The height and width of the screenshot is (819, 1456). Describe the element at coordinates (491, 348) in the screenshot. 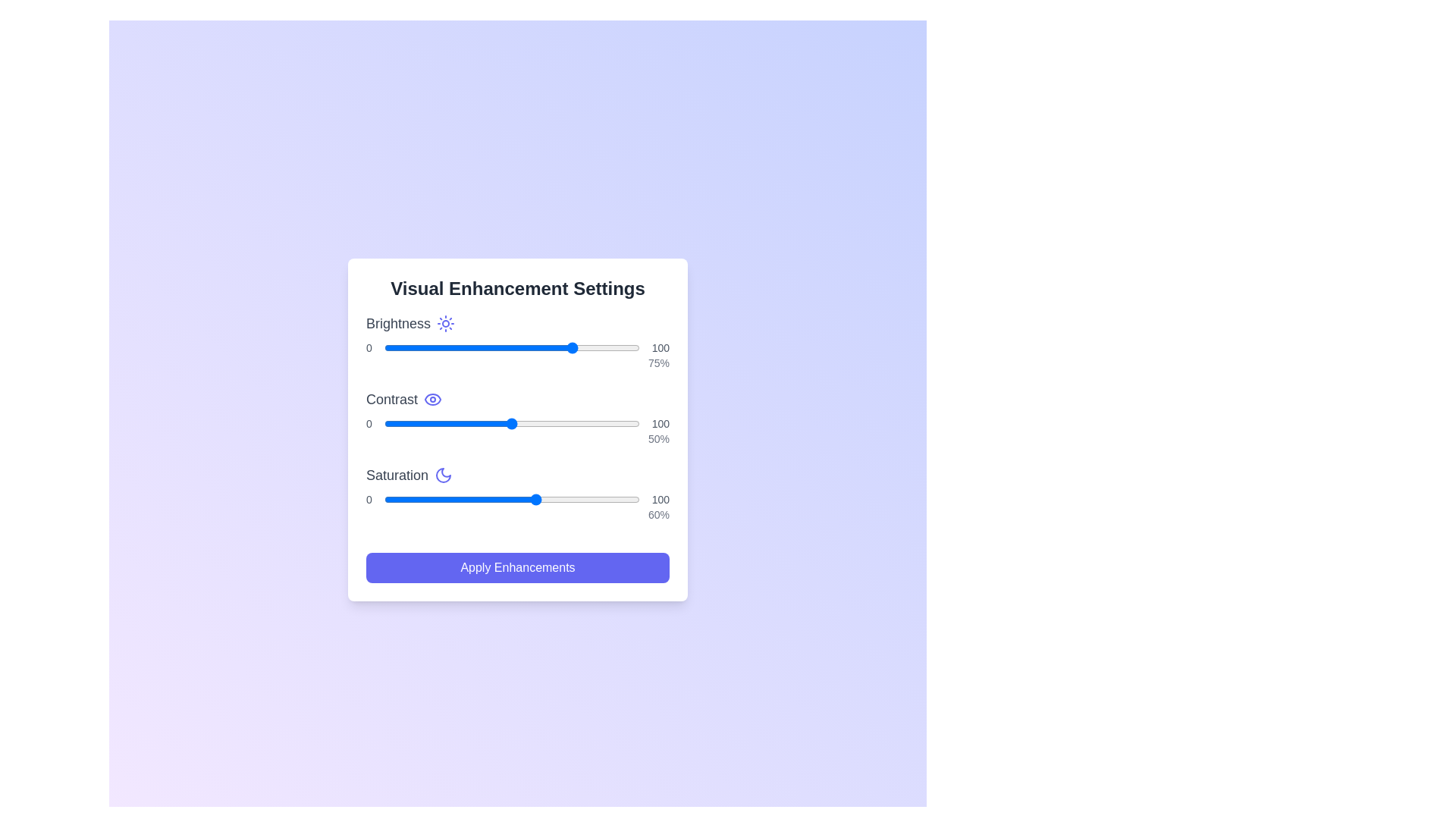

I see `the brightness slider to set the brightness level to 42` at that location.